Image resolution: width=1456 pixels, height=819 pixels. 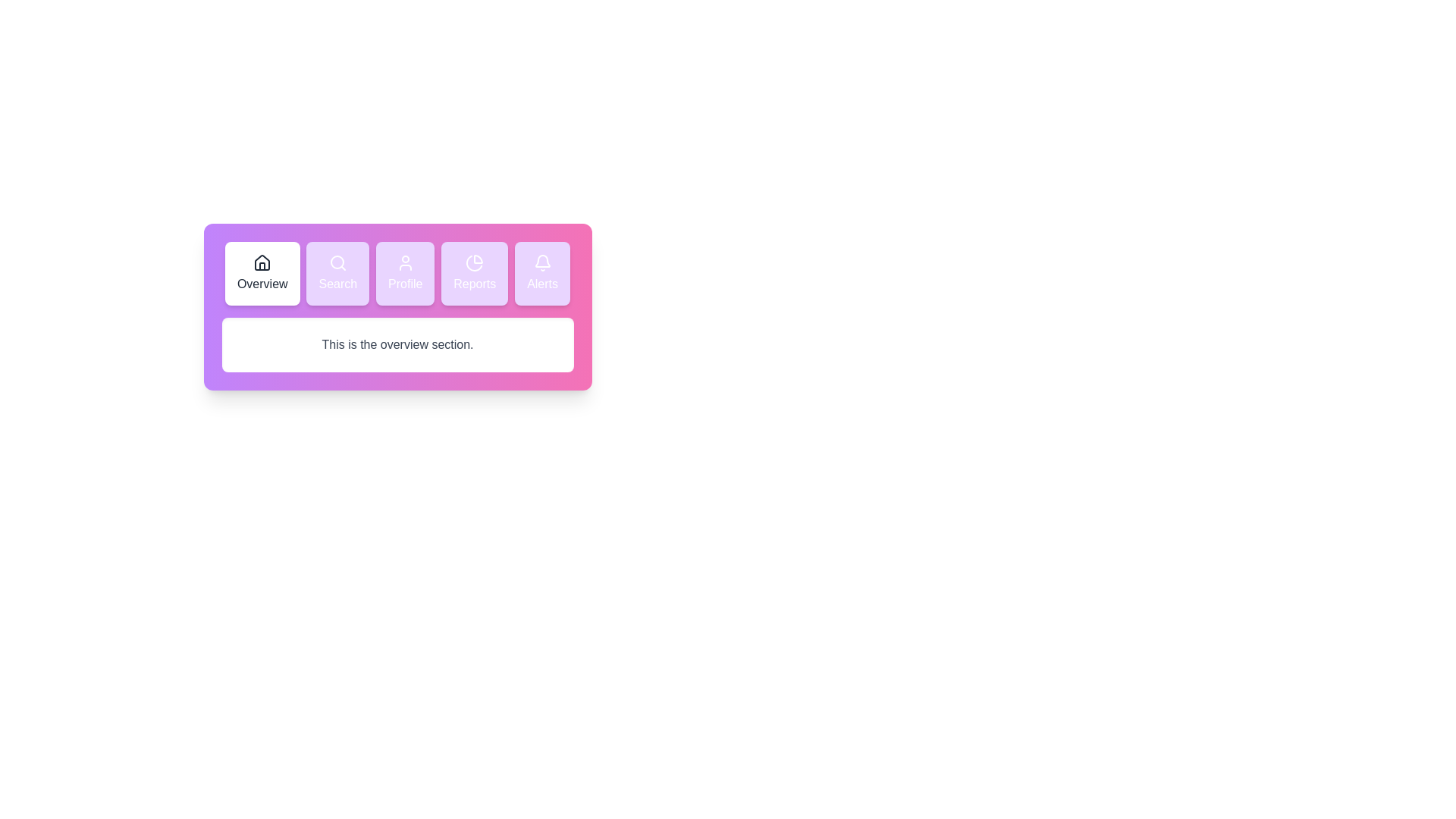 I want to click on the text label displaying 'Alerts', located below the bell icon in the top right horizontal menu, so click(x=542, y=284).